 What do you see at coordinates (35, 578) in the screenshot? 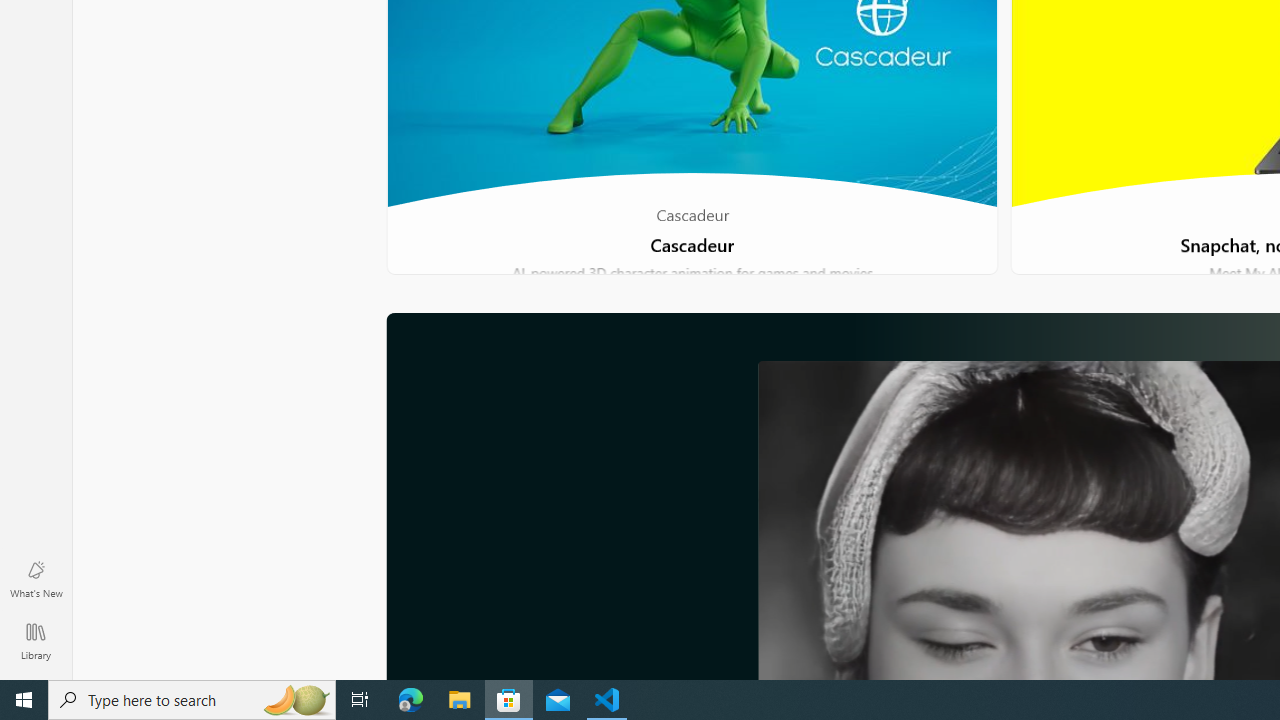
I see `'What'` at bounding box center [35, 578].